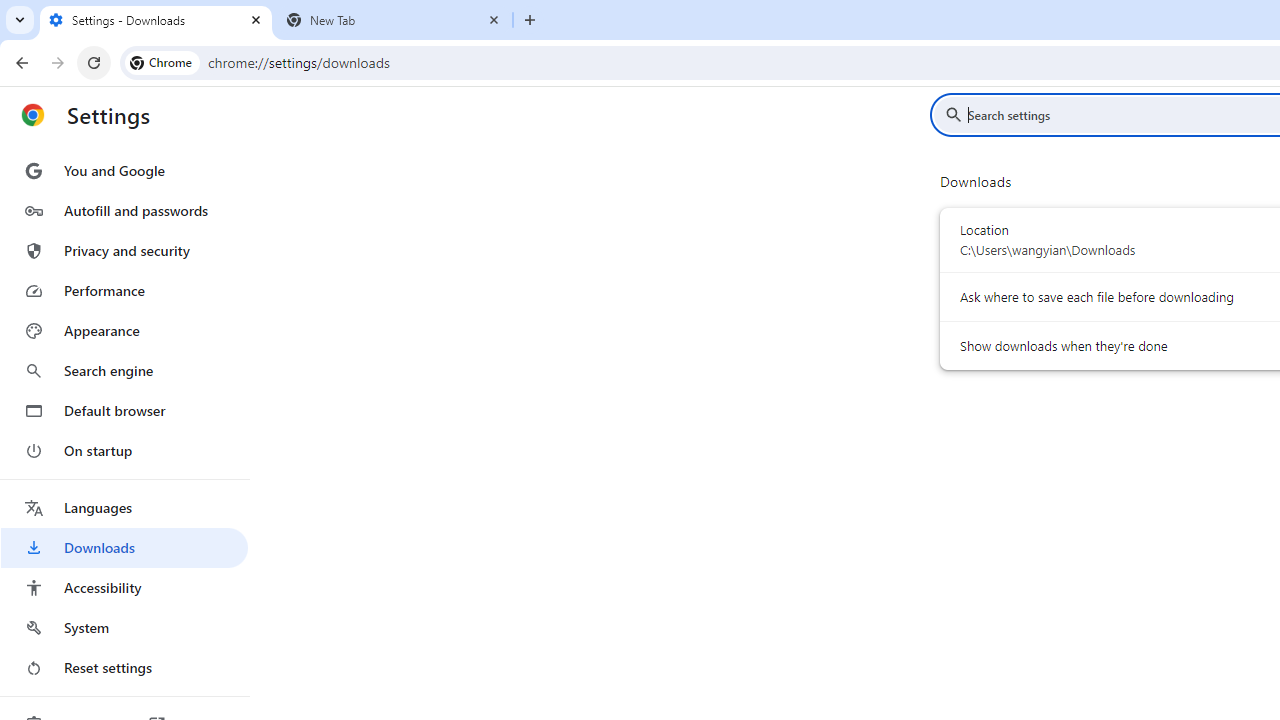 This screenshot has height=720, width=1280. What do you see at coordinates (123, 410) in the screenshot?
I see `'Default browser'` at bounding box center [123, 410].